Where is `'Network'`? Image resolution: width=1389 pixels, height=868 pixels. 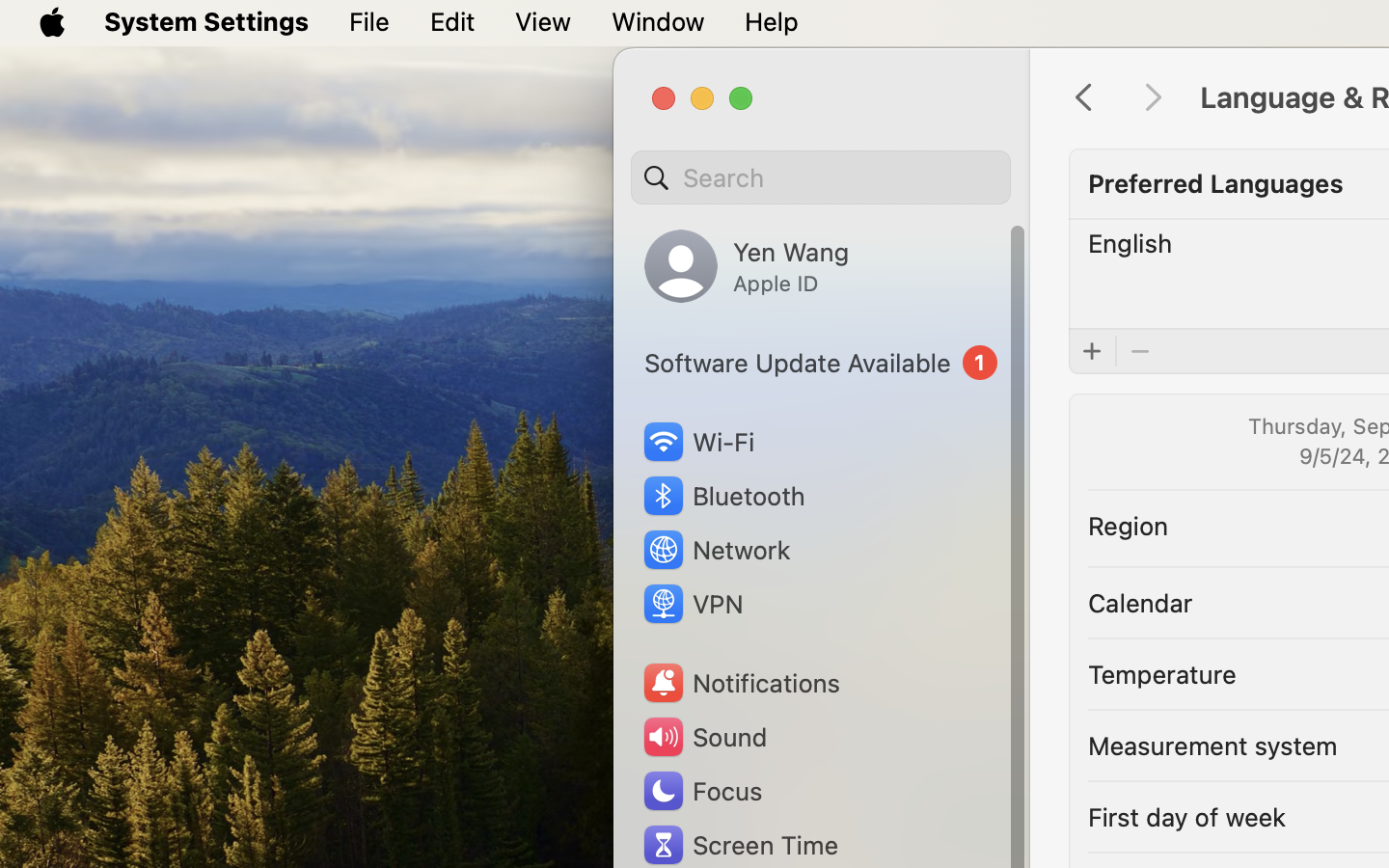 'Network' is located at coordinates (715, 549).